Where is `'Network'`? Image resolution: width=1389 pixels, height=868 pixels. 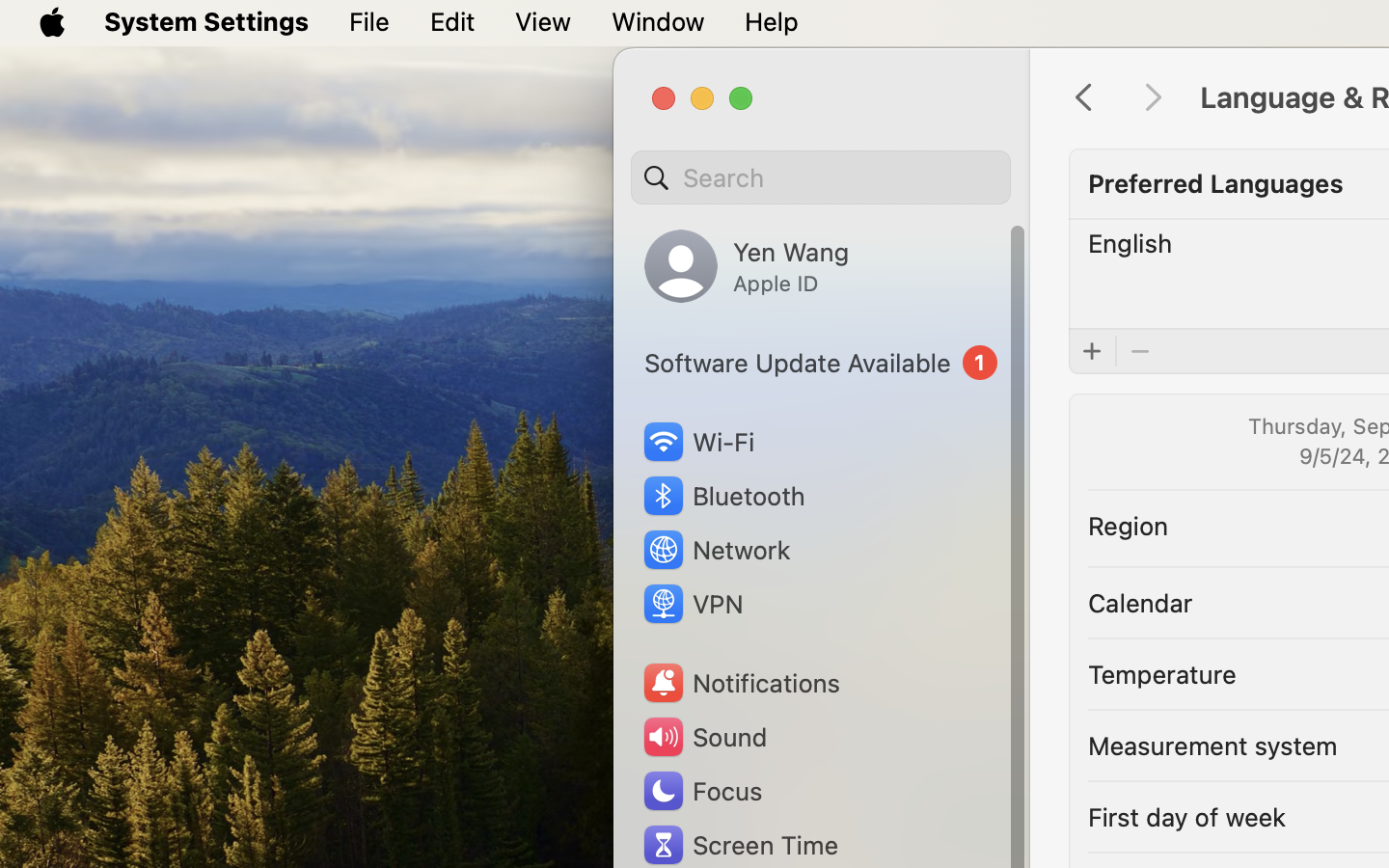 'Network' is located at coordinates (715, 549).